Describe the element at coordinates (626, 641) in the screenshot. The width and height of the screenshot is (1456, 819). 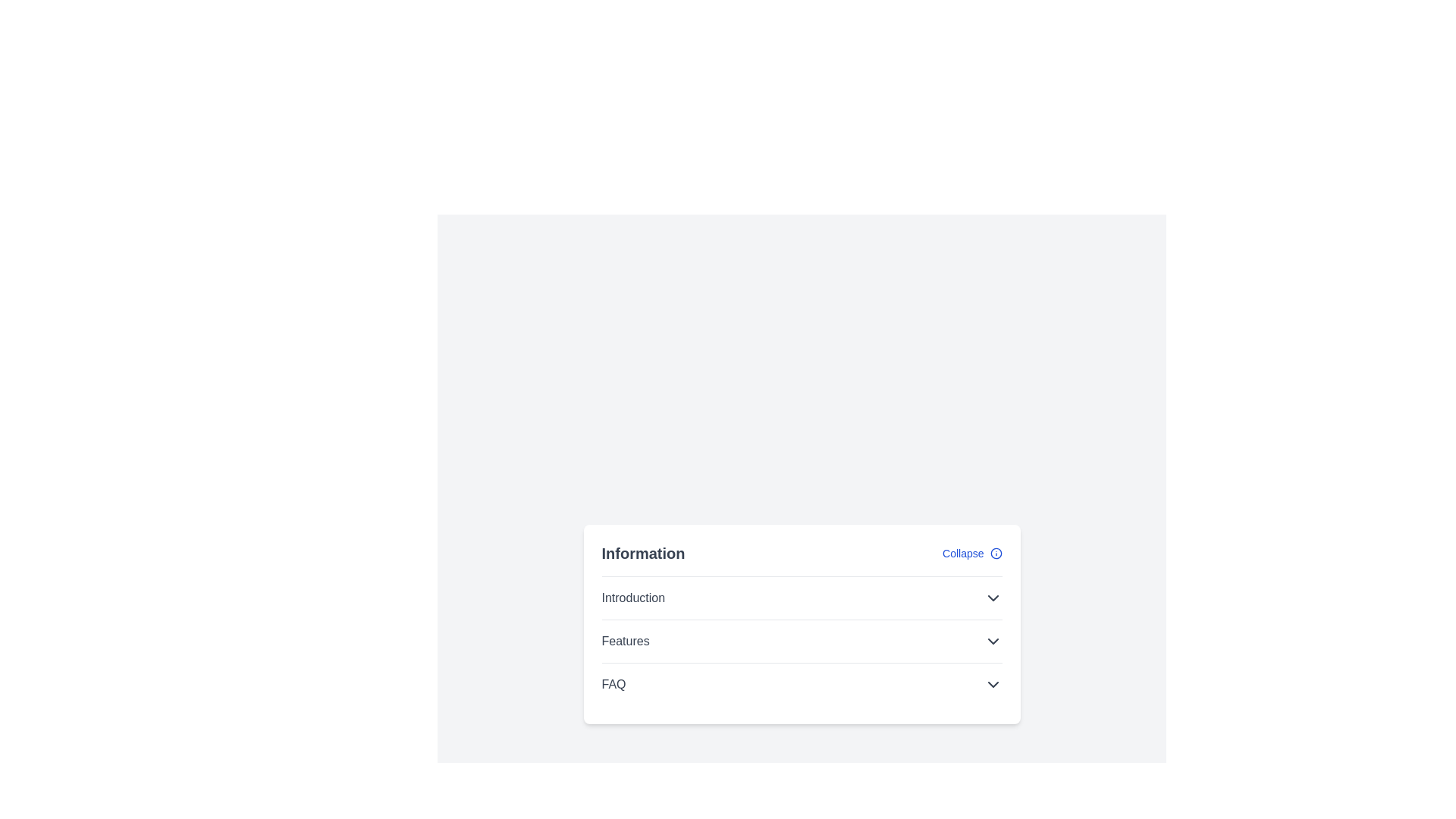
I see `the text label reading 'Features' which is the second item in a vertical list under the heading 'Information'` at that location.